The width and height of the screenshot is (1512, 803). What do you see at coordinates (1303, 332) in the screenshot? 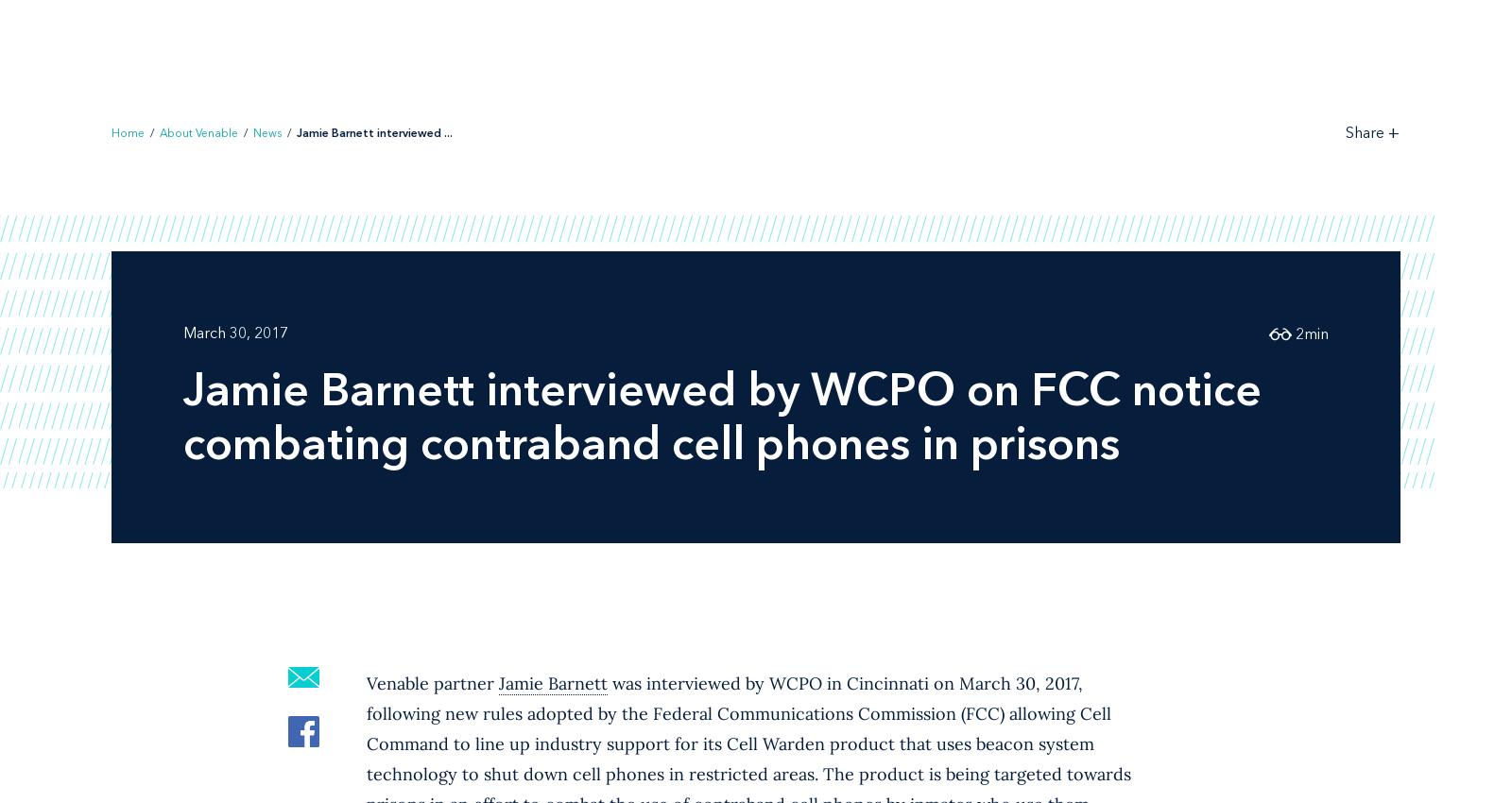
I see `'min'` at bounding box center [1303, 332].